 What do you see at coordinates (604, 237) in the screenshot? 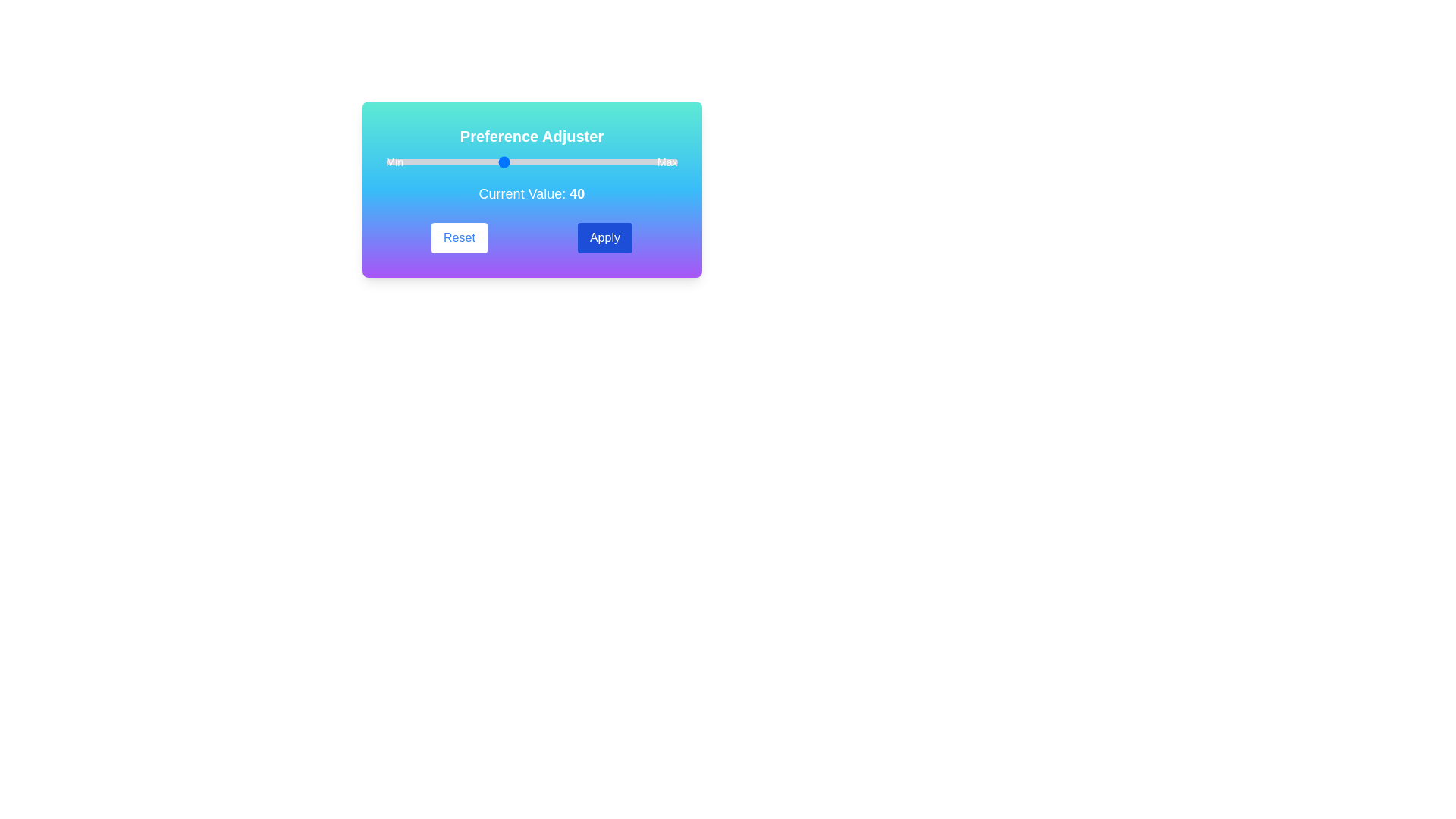
I see `'Apply' button to confirm the current preference value` at bounding box center [604, 237].